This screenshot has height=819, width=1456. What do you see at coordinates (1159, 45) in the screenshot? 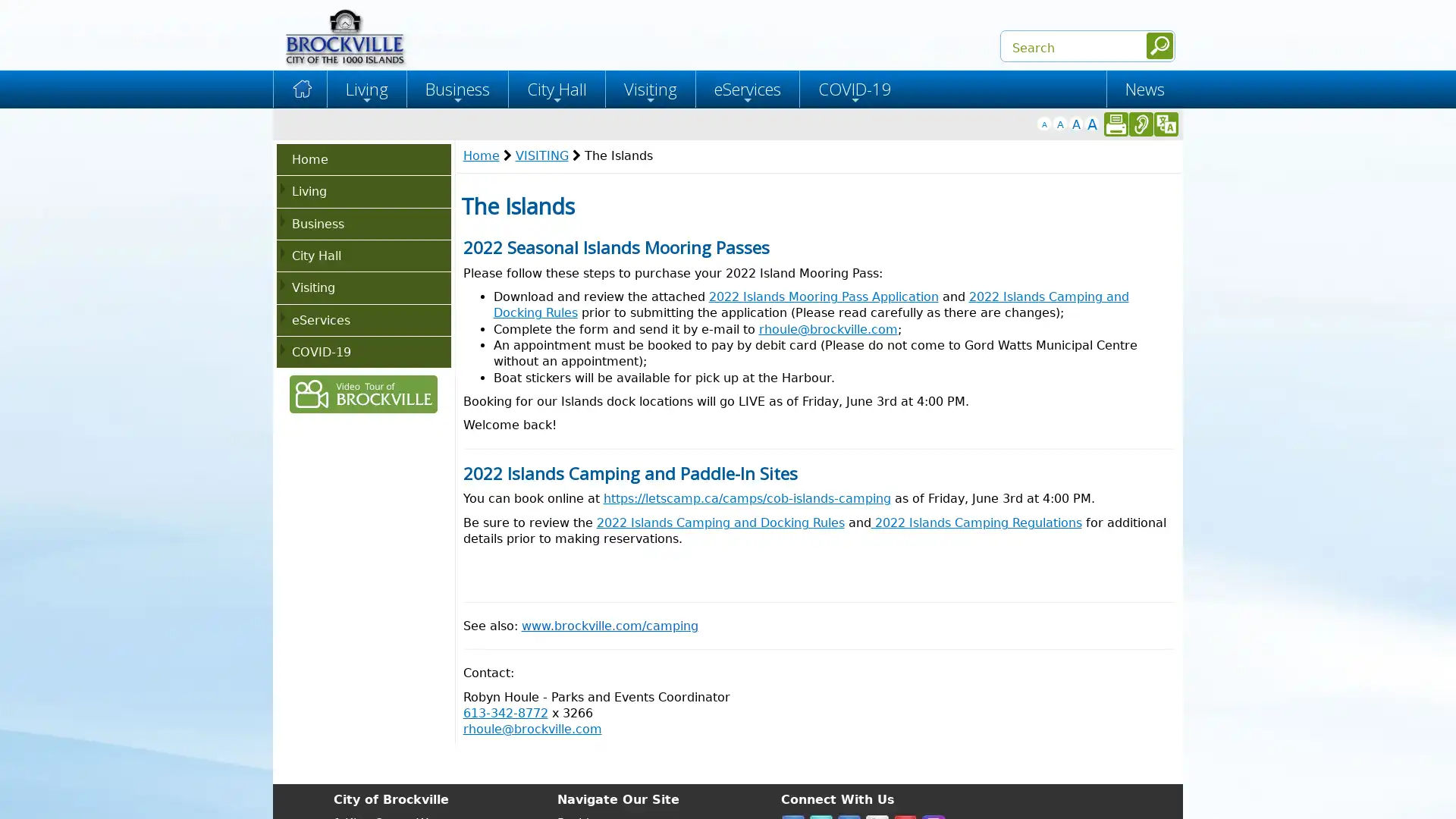
I see `Click to search` at bounding box center [1159, 45].